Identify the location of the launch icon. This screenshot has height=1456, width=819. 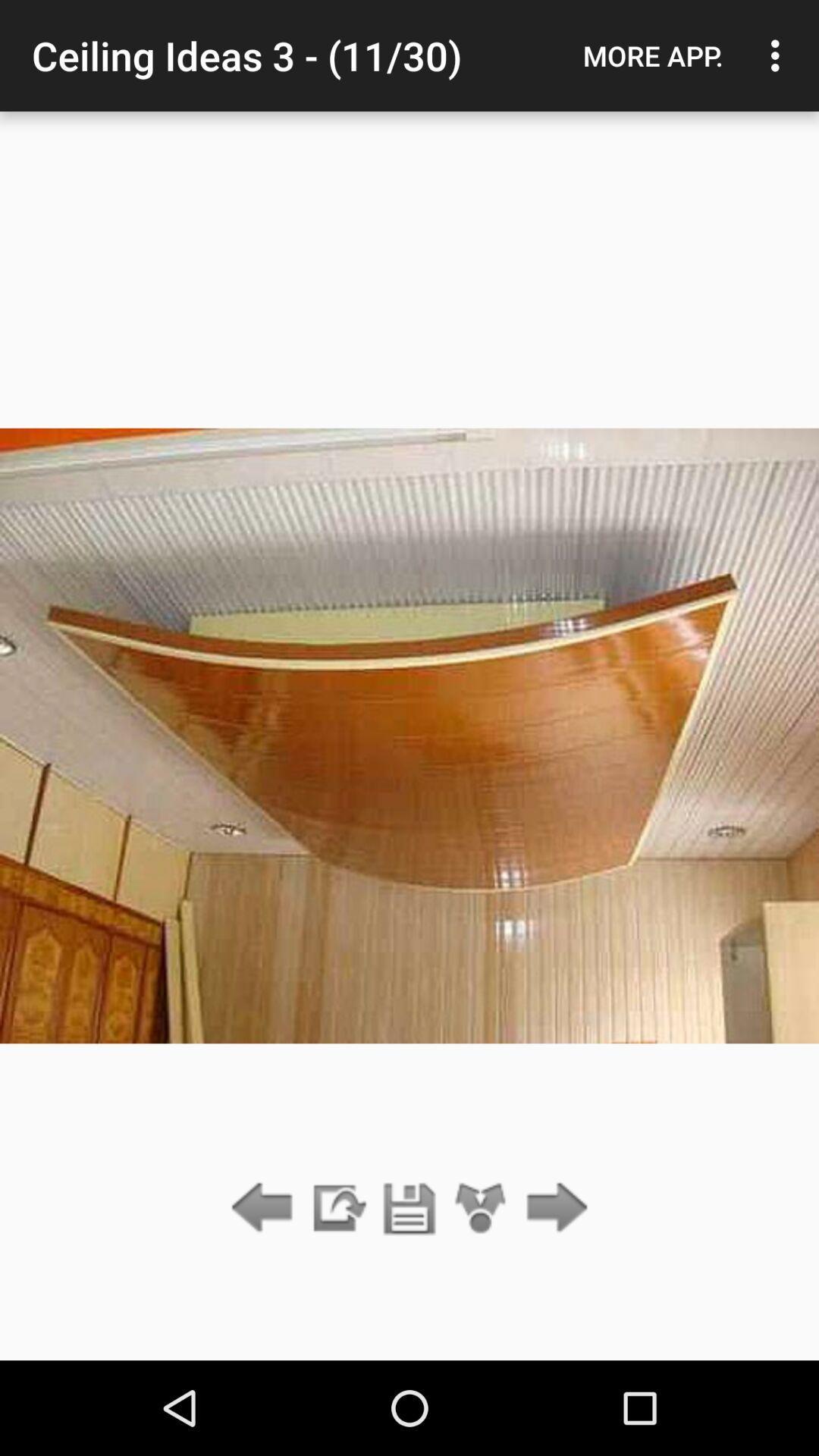
(337, 1208).